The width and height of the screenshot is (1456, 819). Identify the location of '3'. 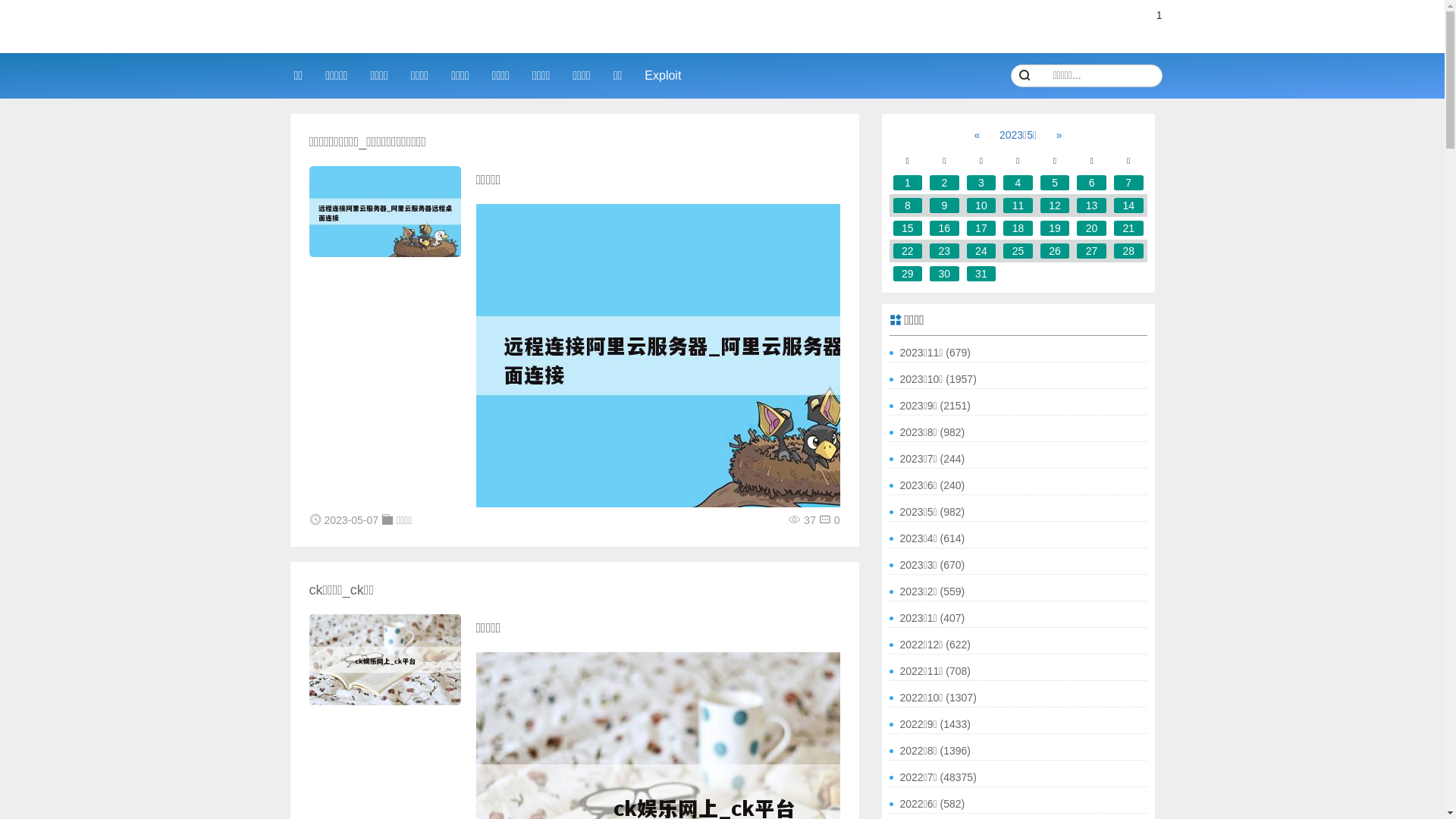
(981, 181).